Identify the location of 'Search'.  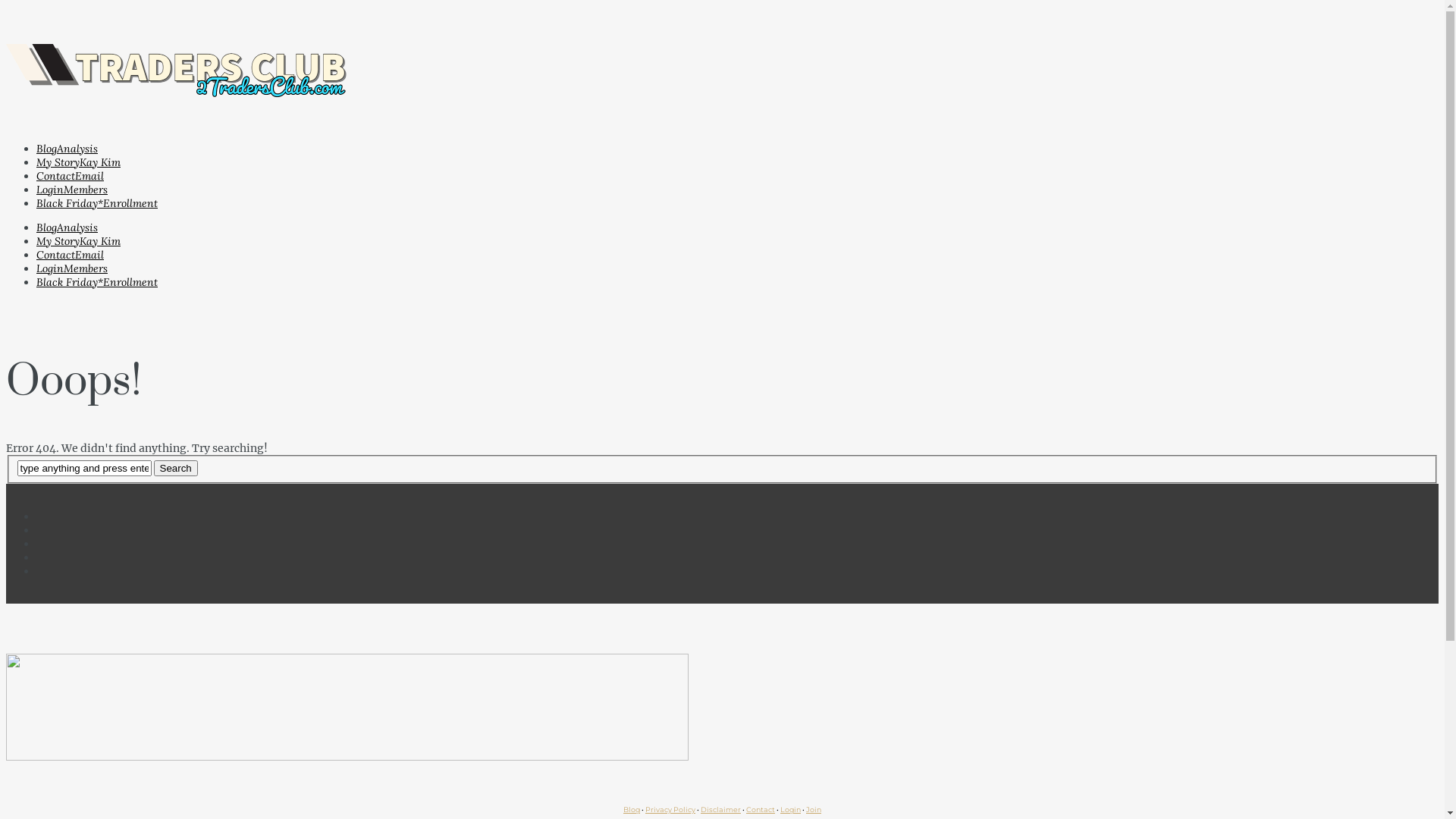
(174, 467).